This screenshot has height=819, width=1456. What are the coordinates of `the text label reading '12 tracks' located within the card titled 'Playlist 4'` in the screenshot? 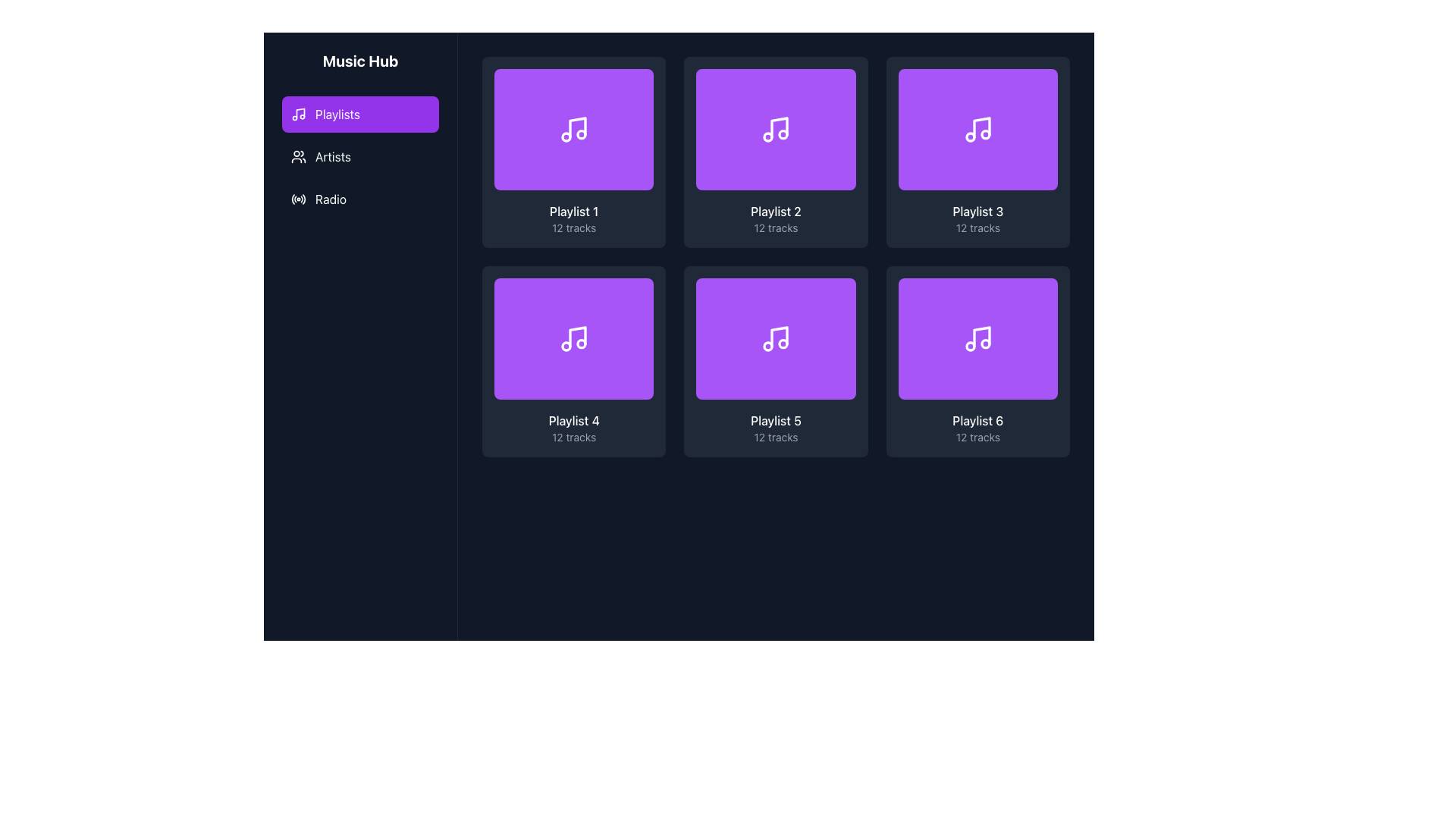 It's located at (573, 438).